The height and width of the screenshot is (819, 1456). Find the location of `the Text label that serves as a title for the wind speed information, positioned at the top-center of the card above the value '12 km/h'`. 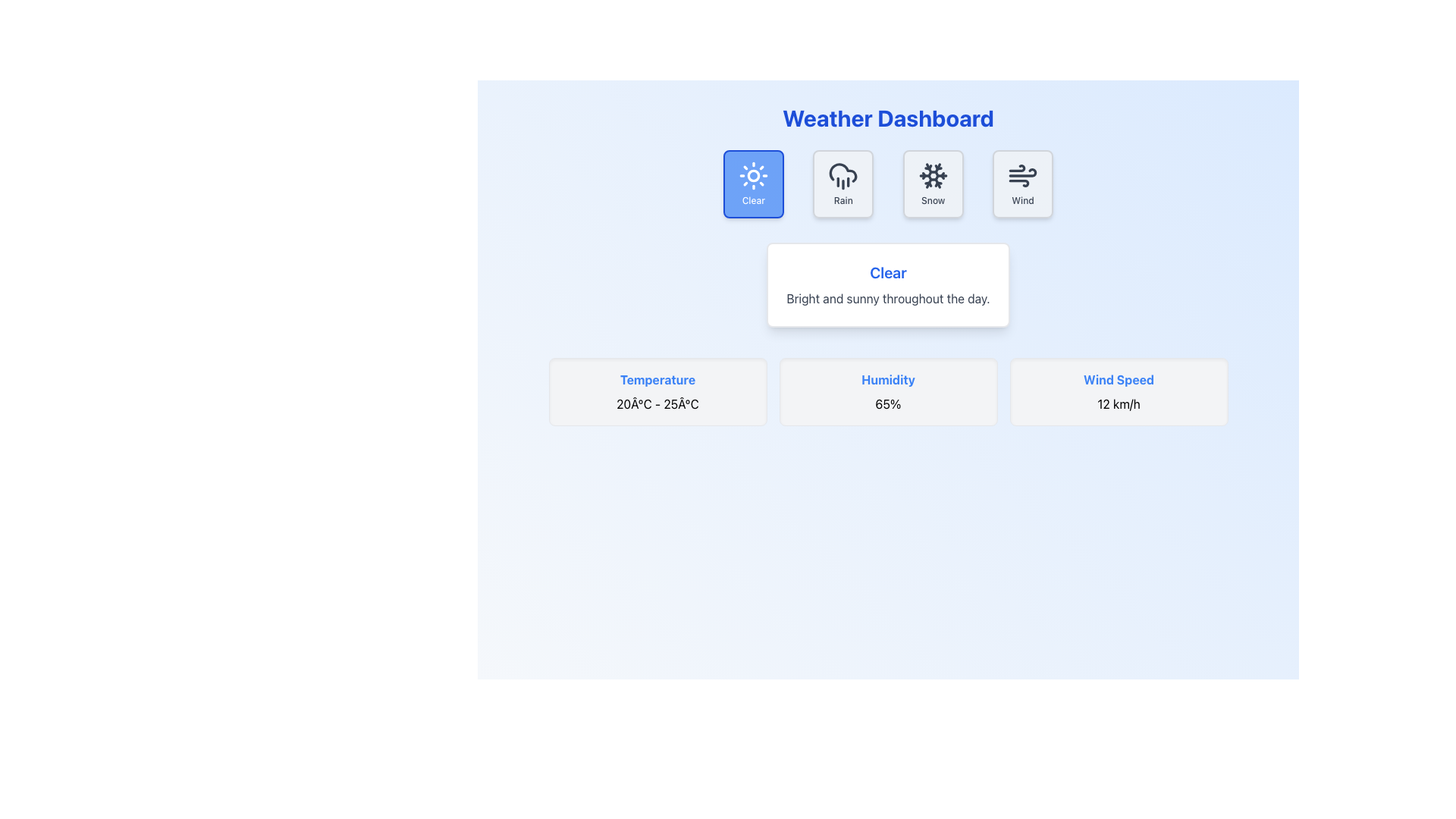

the Text label that serves as a title for the wind speed information, positioned at the top-center of the card above the value '12 km/h' is located at coordinates (1119, 379).